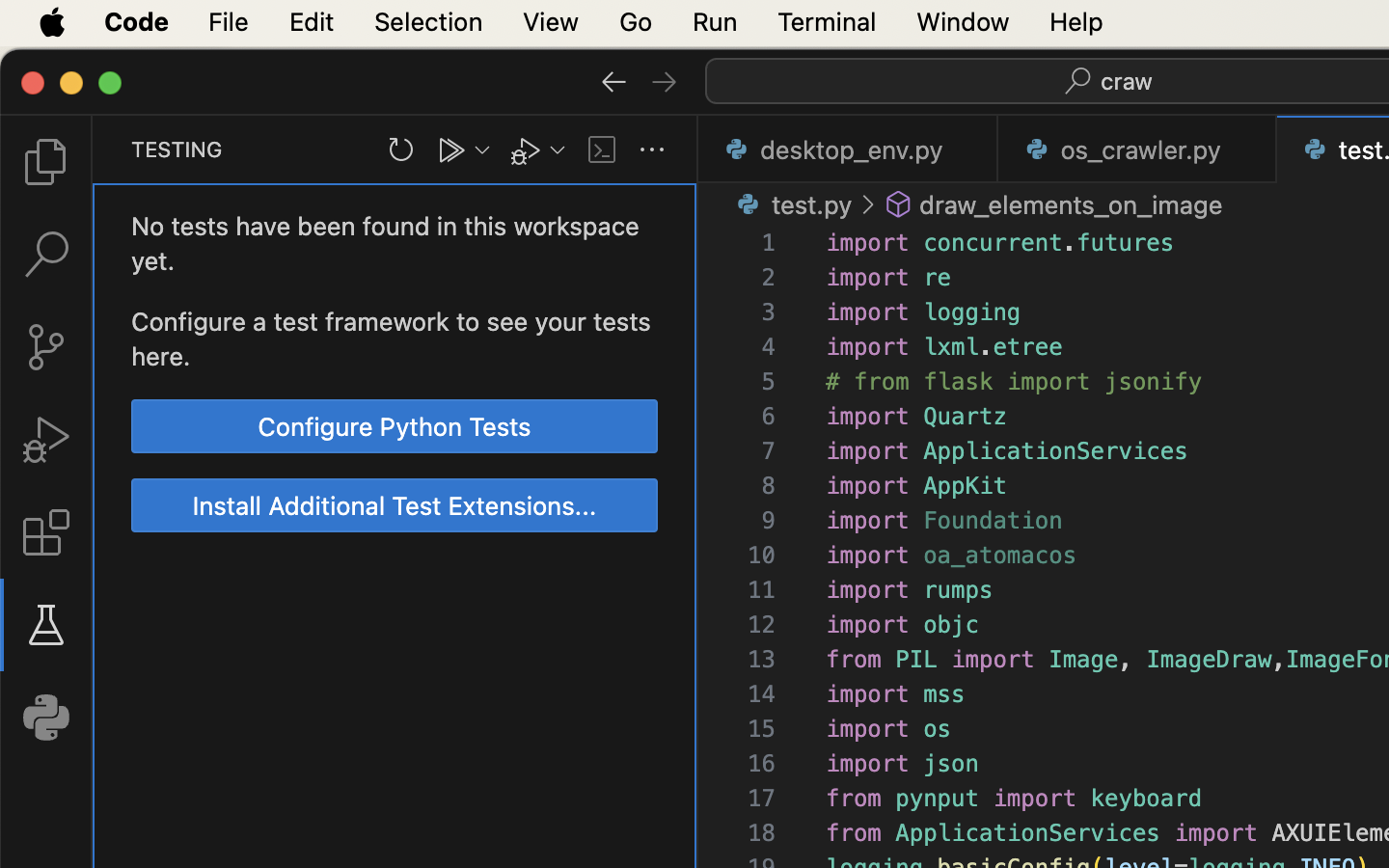 The width and height of the screenshot is (1389, 868). I want to click on 'TESTING', so click(177, 149).